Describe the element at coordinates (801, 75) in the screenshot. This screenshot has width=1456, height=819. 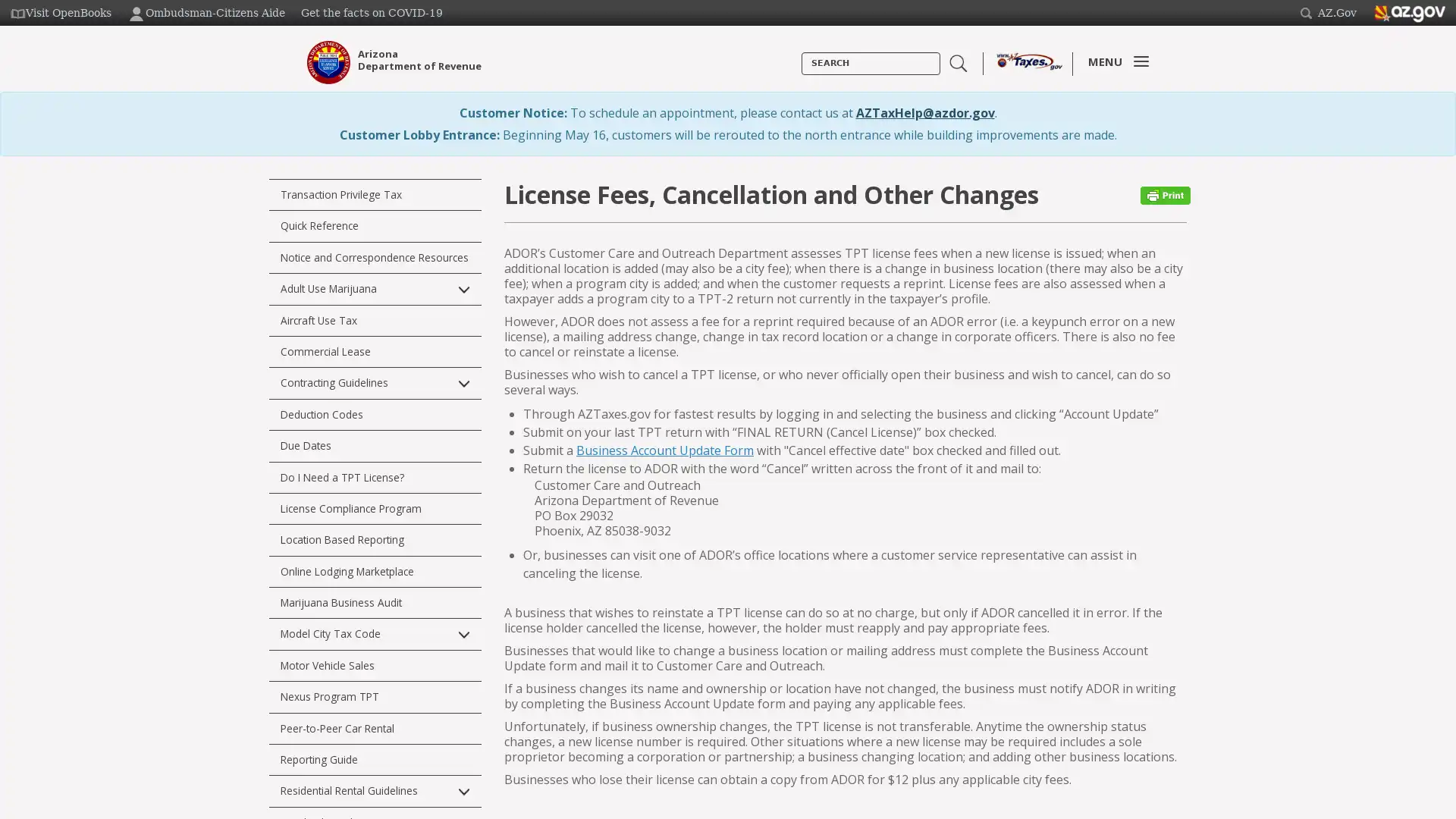
I see `Search` at that location.